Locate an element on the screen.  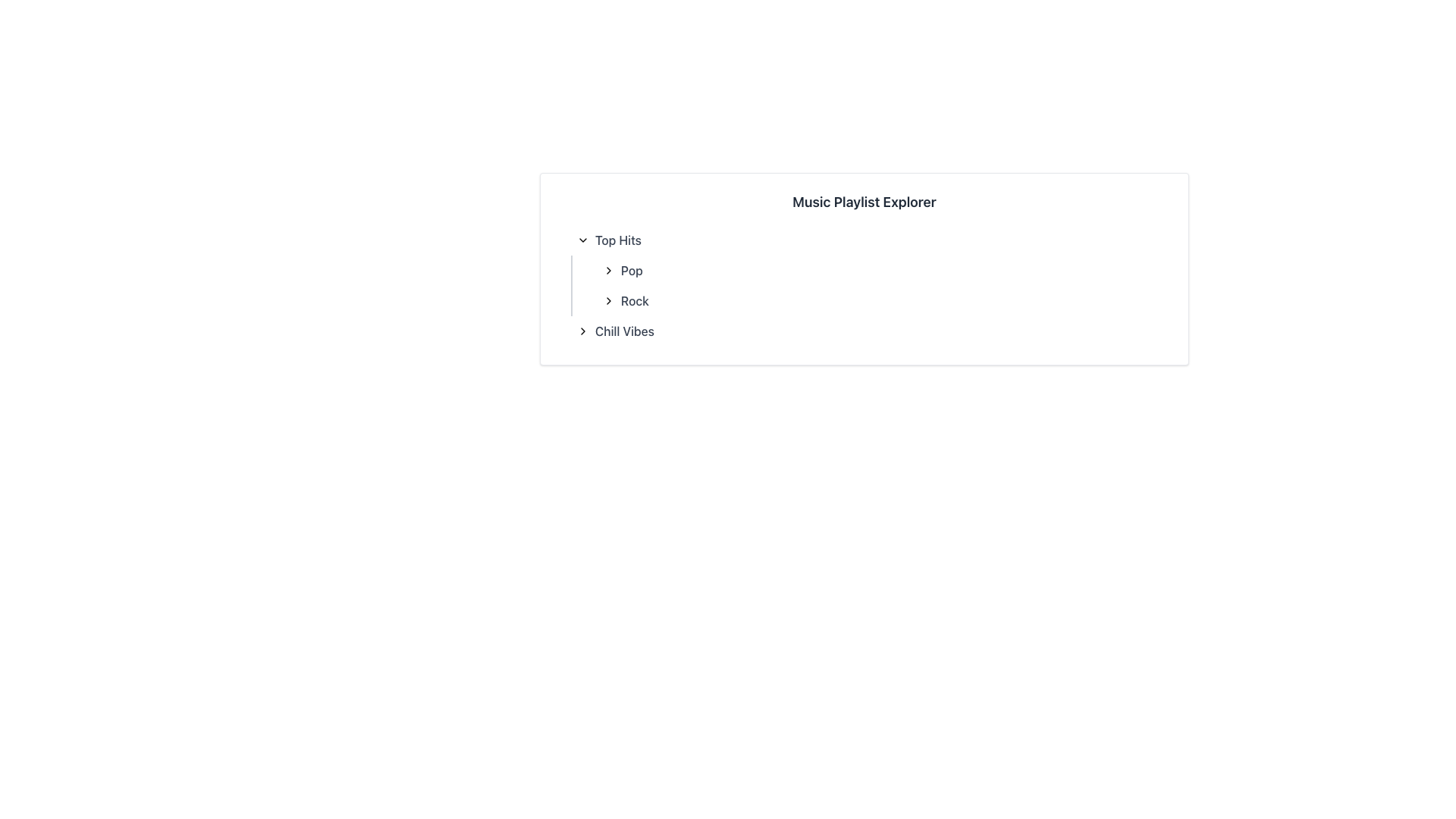
the Dropdown Indicator (Chevron Icon) located to the left of the 'Top Hits' text is located at coordinates (582, 239).